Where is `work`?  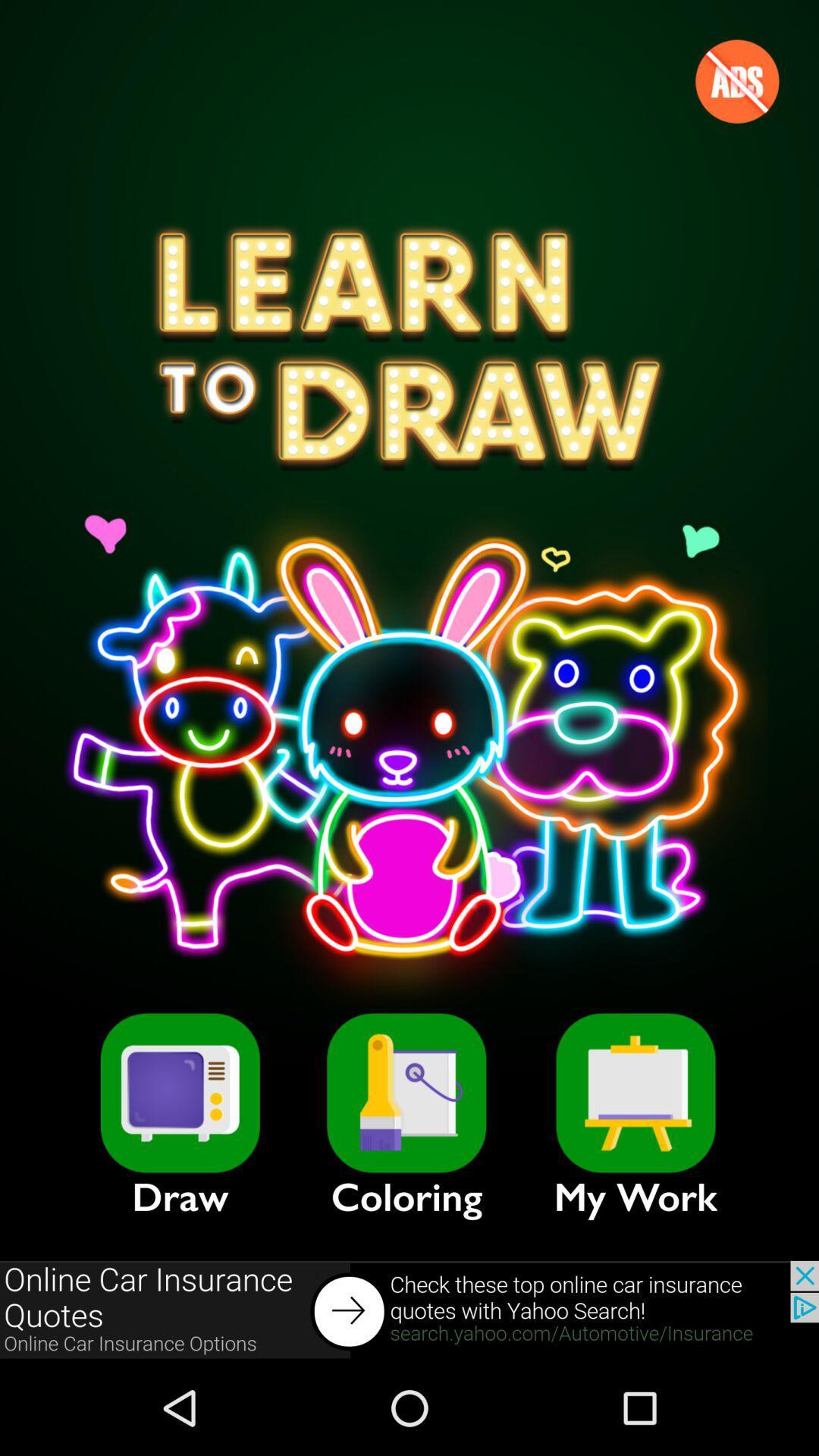
work is located at coordinates (635, 1093).